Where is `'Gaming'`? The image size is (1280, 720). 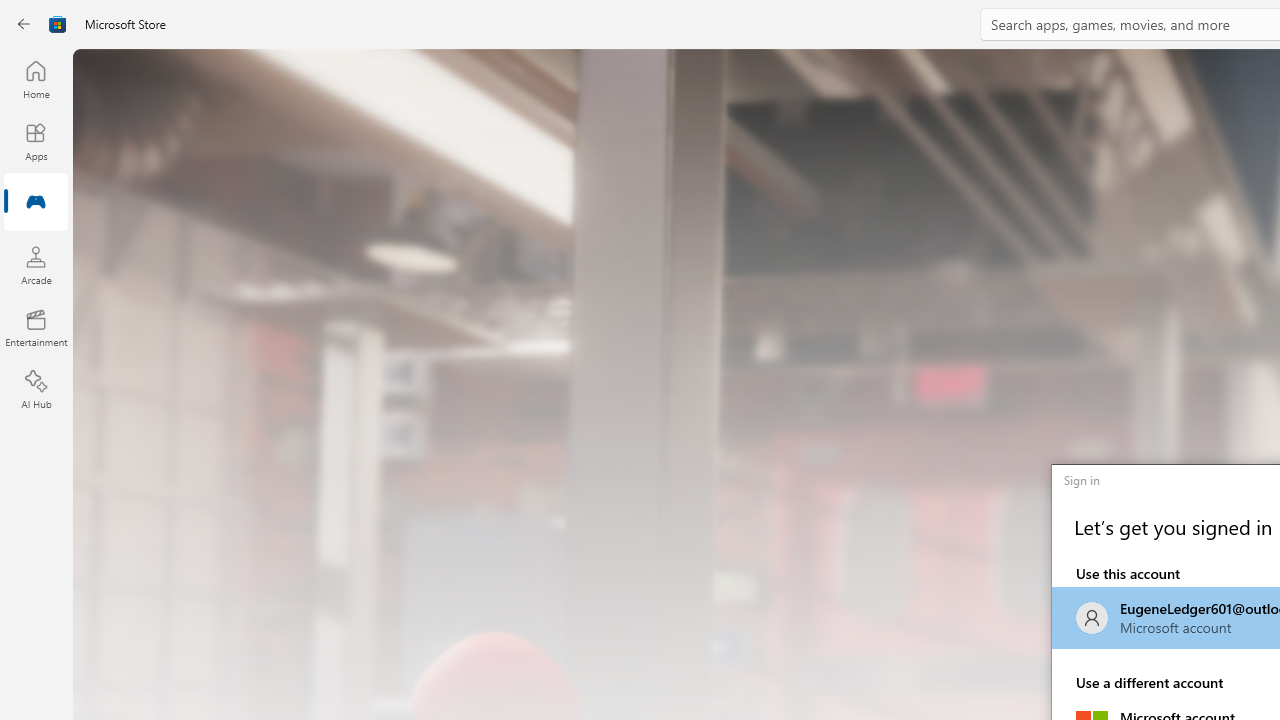
'Gaming' is located at coordinates (35, 203).